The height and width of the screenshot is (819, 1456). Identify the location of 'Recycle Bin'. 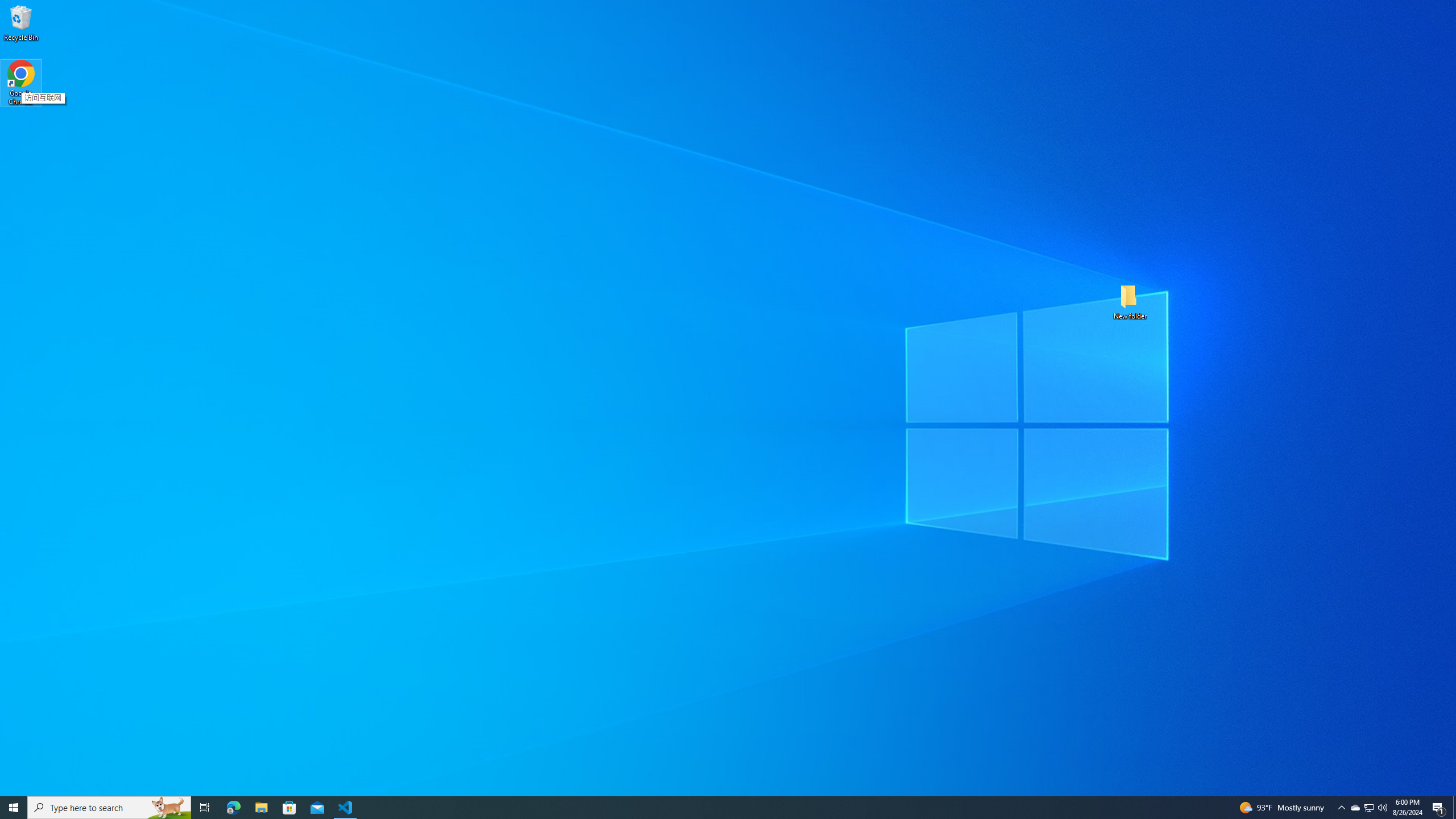
(20, 22).